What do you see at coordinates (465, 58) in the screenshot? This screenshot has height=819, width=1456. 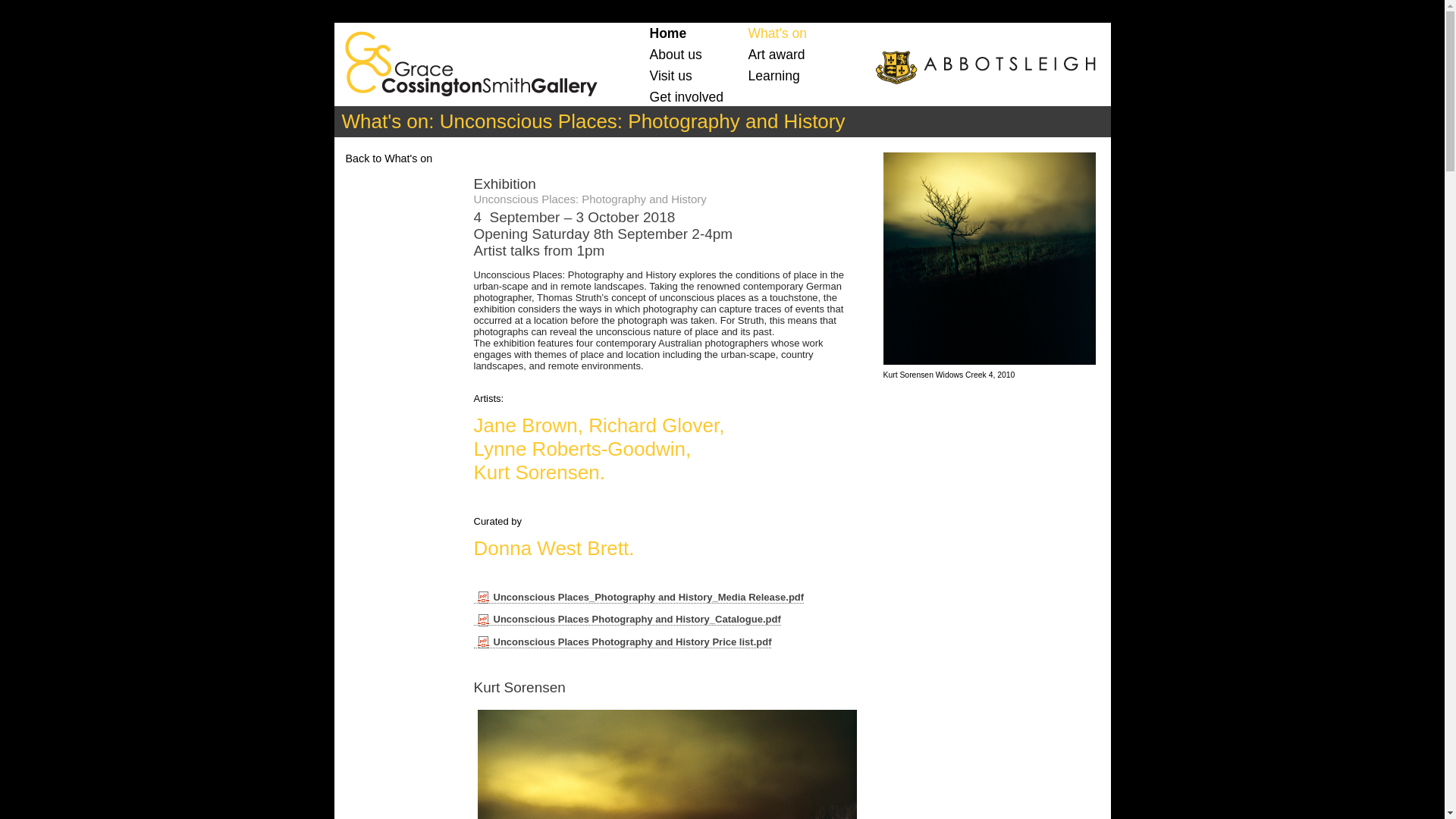 I see `'Return to the homepage'` at bounding box center [465, 58].